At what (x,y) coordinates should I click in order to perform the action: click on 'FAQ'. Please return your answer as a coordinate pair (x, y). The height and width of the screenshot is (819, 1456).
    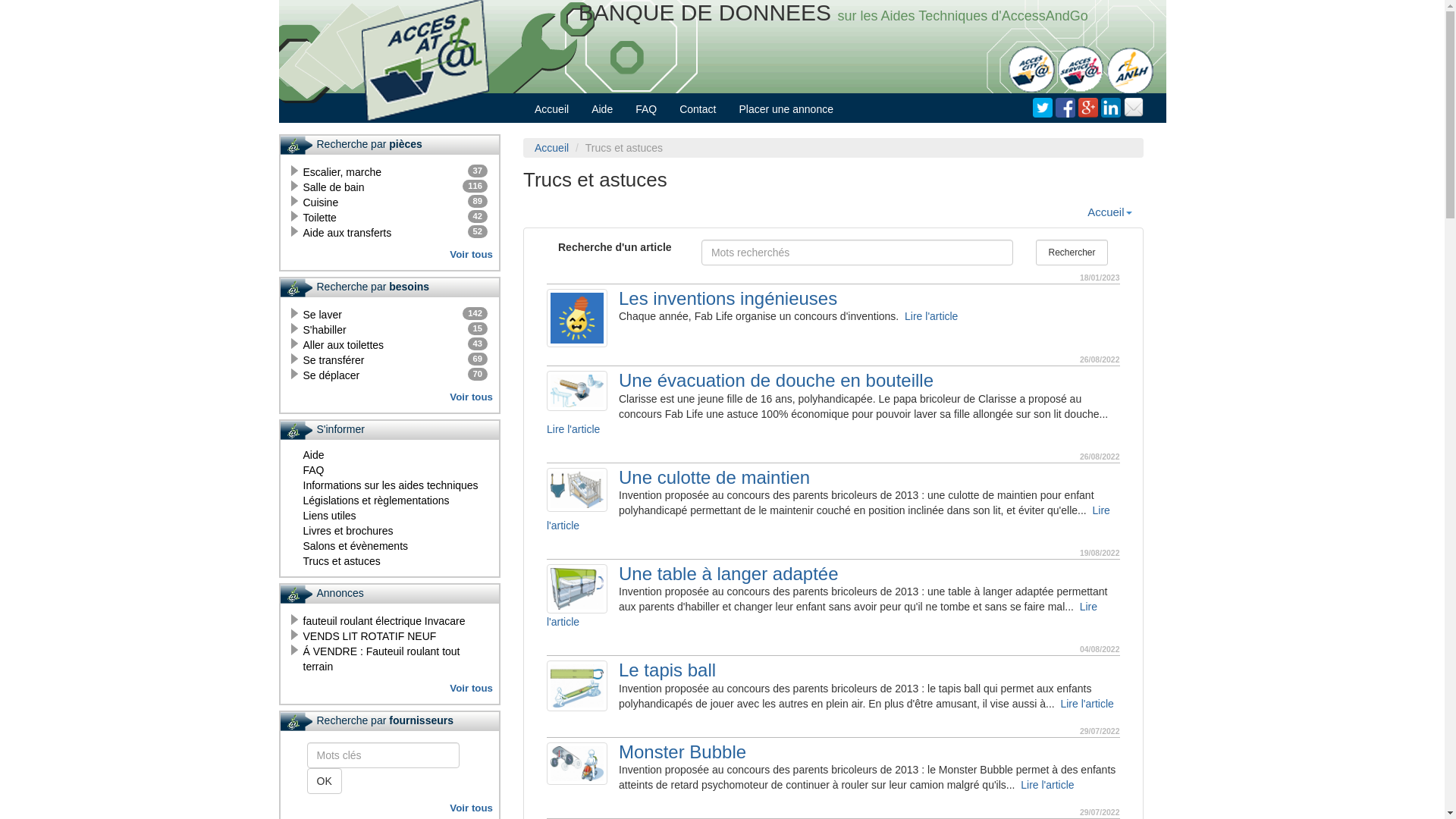
    Looking at the image, I should click on (645, 108).